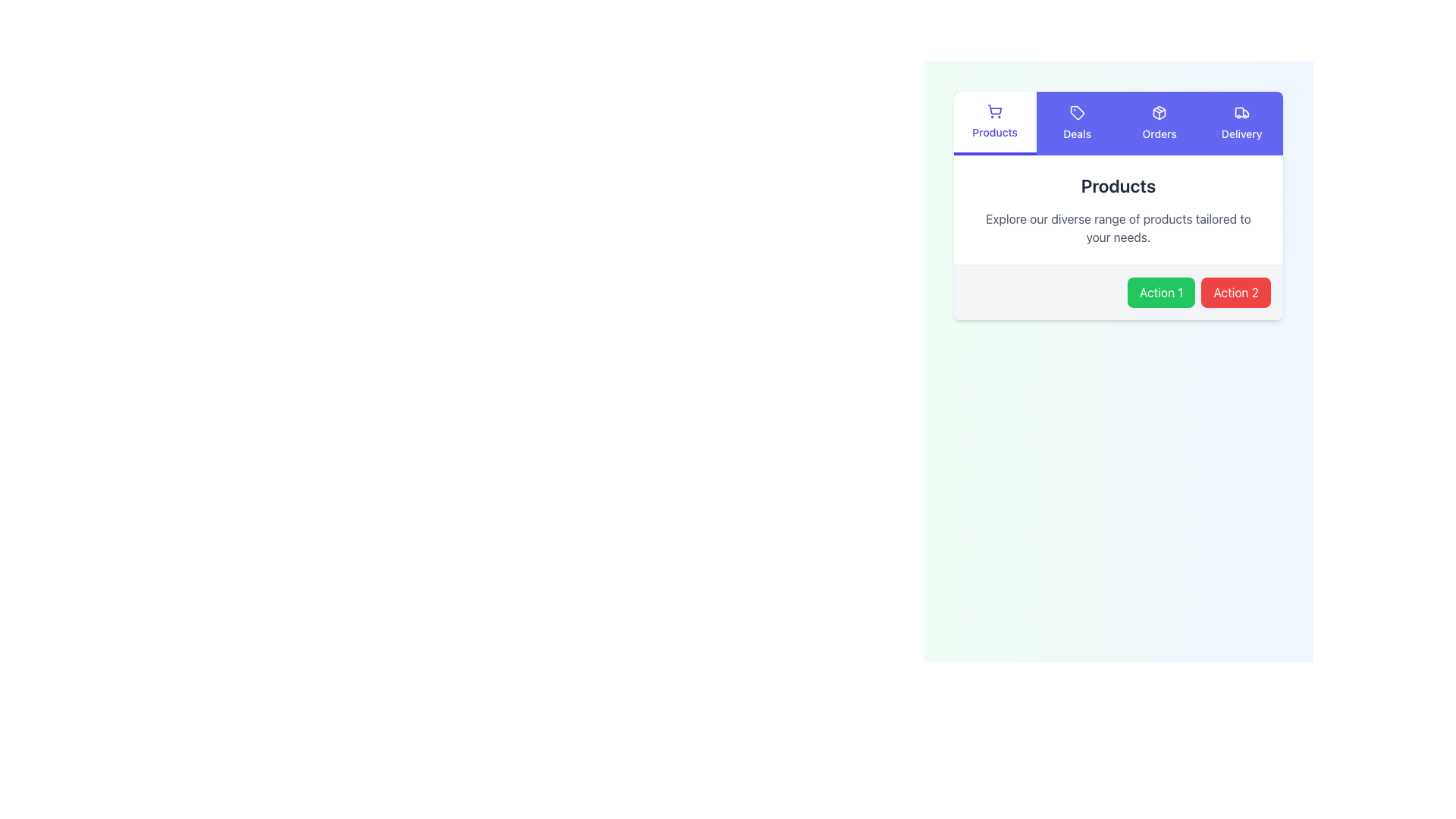 The image size is (1456, 819). I want to click on the 'Products', 'Deals', 'Orders', or 'Delivery' section of the navigation bar, so click(1118, 122).